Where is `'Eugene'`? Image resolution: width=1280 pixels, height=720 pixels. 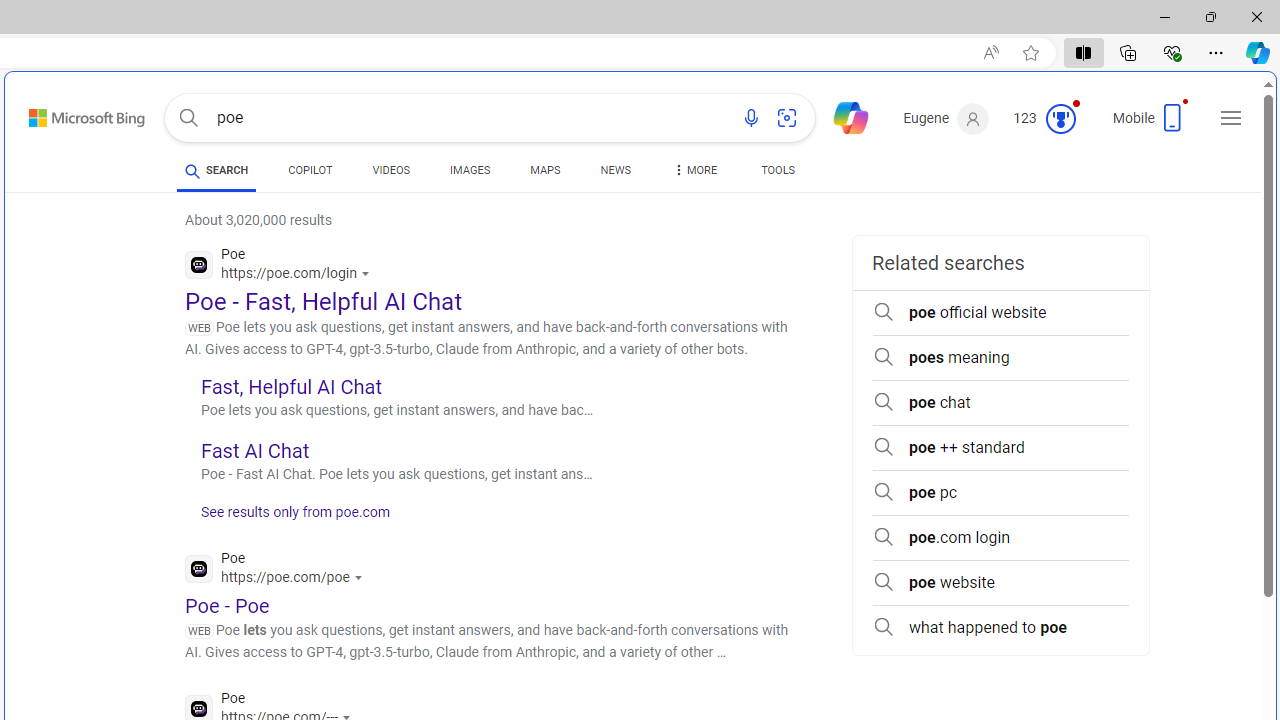
'Eugene' is located at coordinates (944, 119).